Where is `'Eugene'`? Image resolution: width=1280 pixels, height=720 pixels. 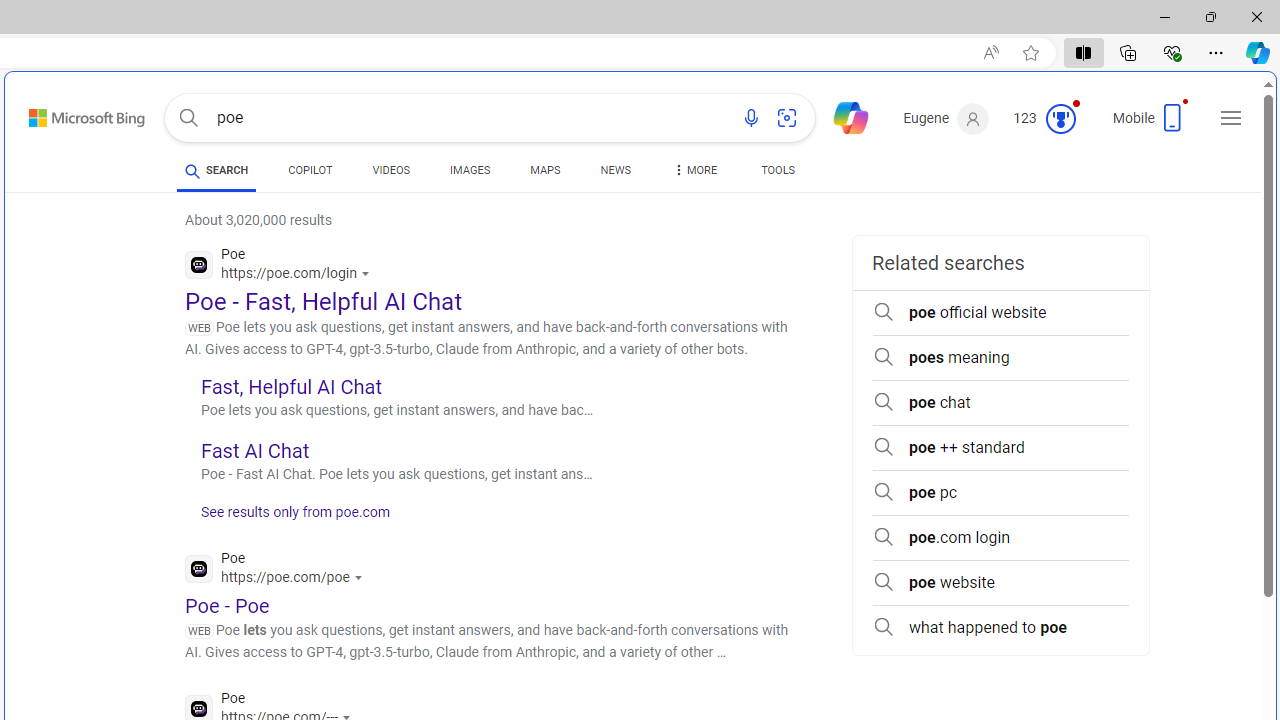
'Eugene' is located at coordinates (944, 119).